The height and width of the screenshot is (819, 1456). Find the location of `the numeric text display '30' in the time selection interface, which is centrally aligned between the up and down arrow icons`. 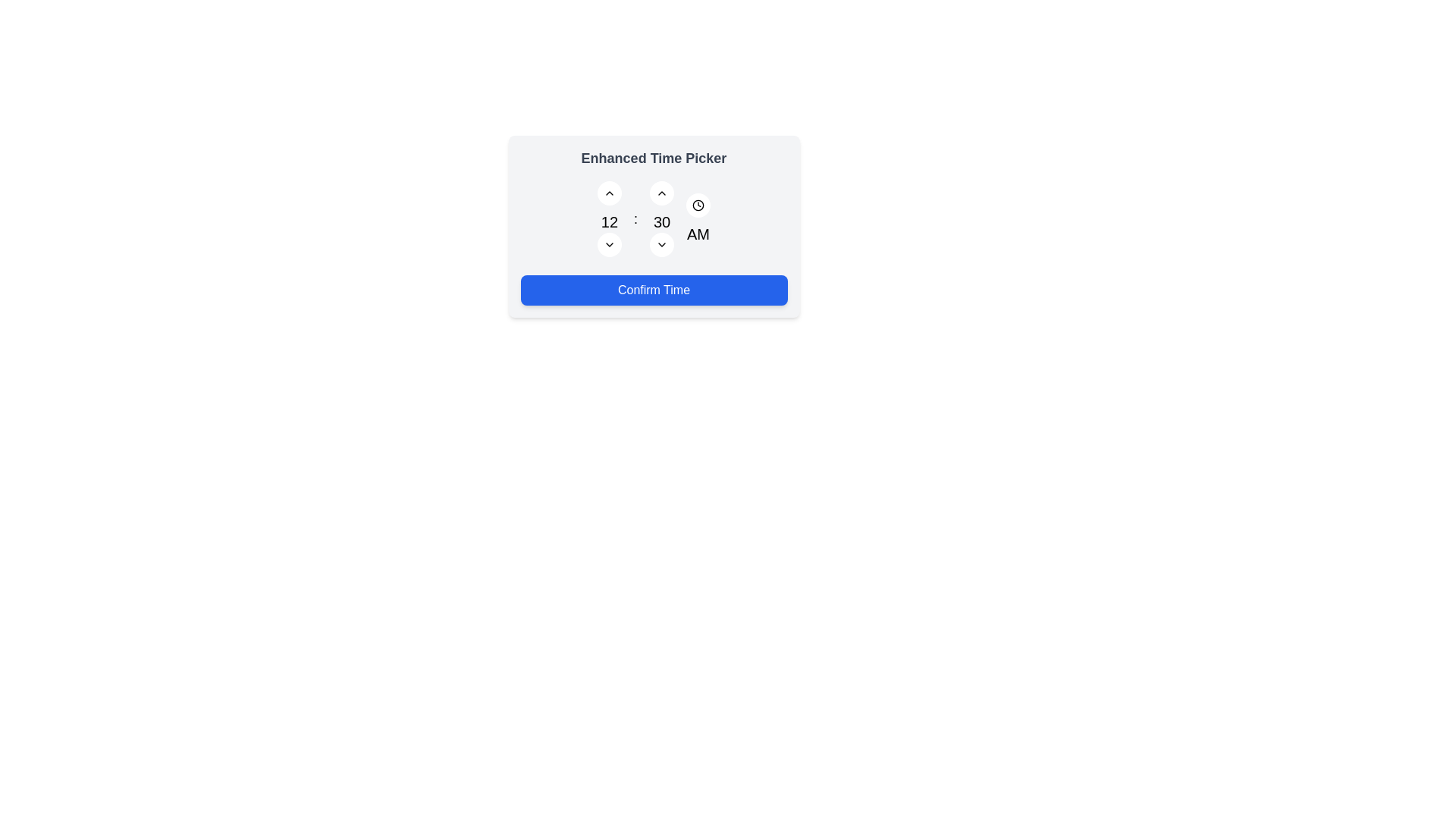

the numeric text display '30' in the time selection interface, which is centrally aligned between the up and down arrow icons is located at coordinates (662, 222).